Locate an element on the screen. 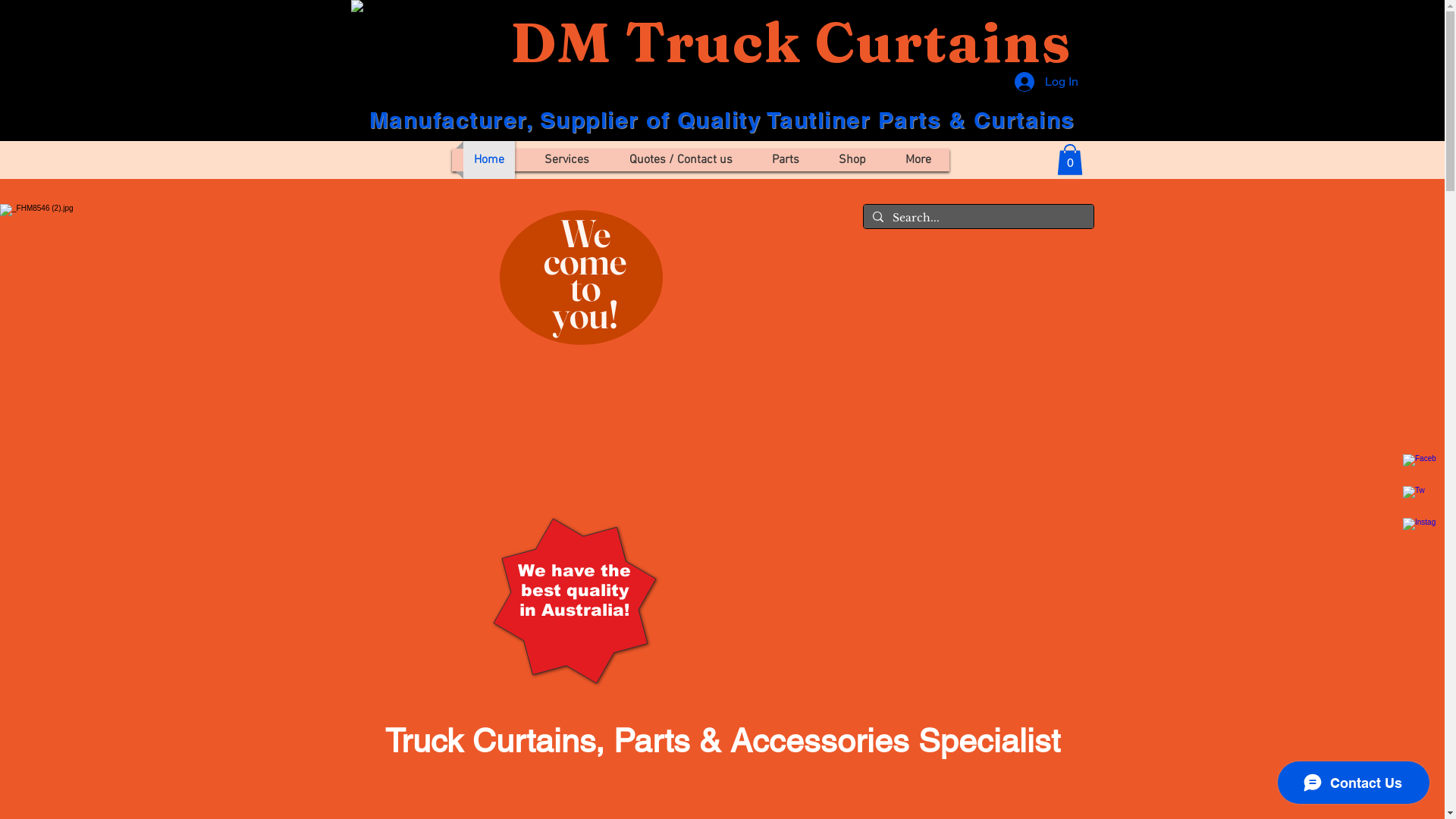 Image resolution: width=1456 pixels, height=819 pixels. 'Log In' is located at coordinates (1046, 82).